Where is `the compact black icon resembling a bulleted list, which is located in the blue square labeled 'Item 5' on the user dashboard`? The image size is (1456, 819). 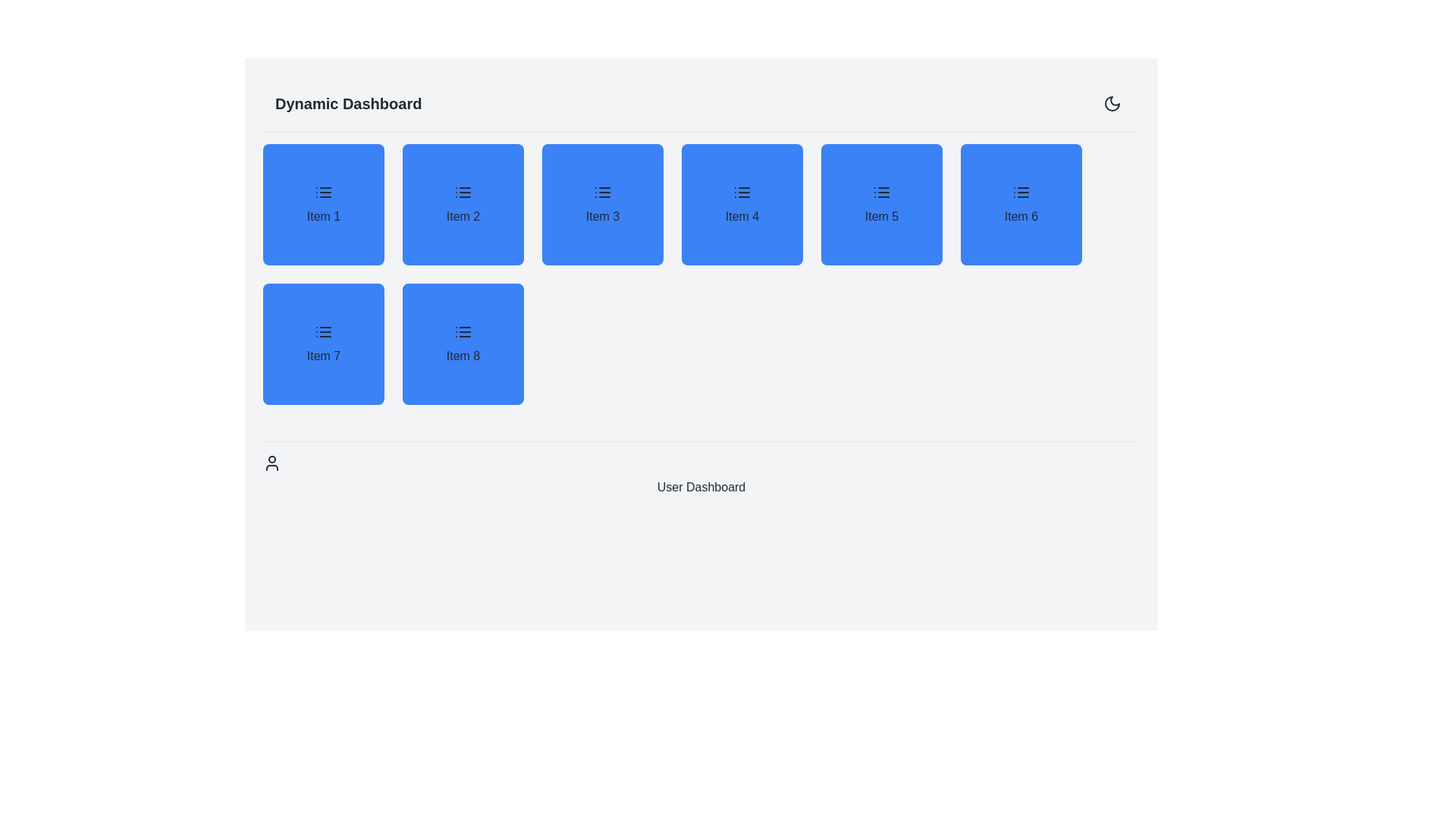
the compact black icon resembling a bulleted list, which is located in the blue square labeled 'Item 5' on the user dashboard is located at coordinates (881, 192).